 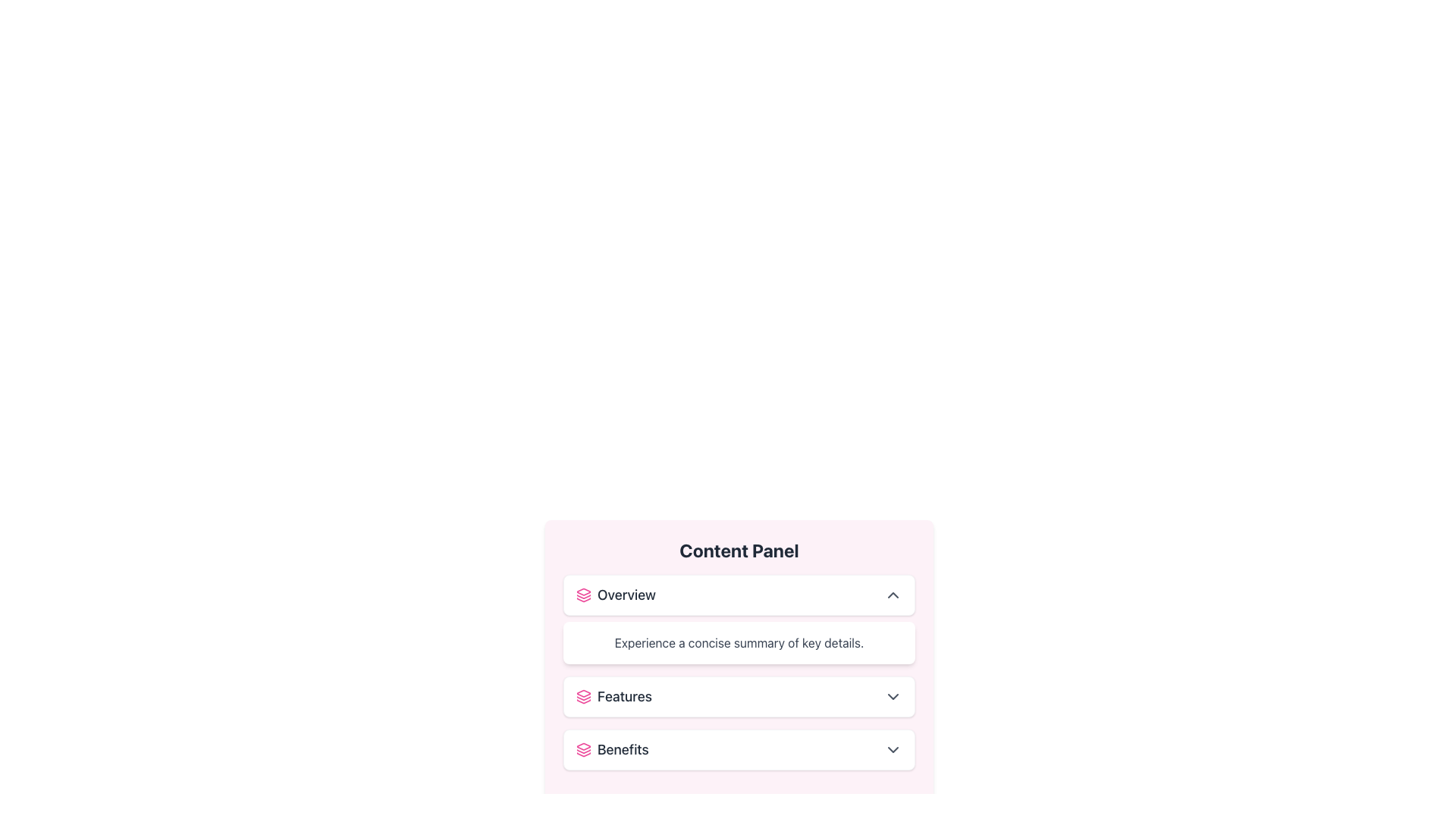 What do you see at coordinates (893, 595) in the screenshot?
I see `the icon located at the right end of the 'Overview' section header to trigger possible visual feedback` at bounding box center [893, 595].